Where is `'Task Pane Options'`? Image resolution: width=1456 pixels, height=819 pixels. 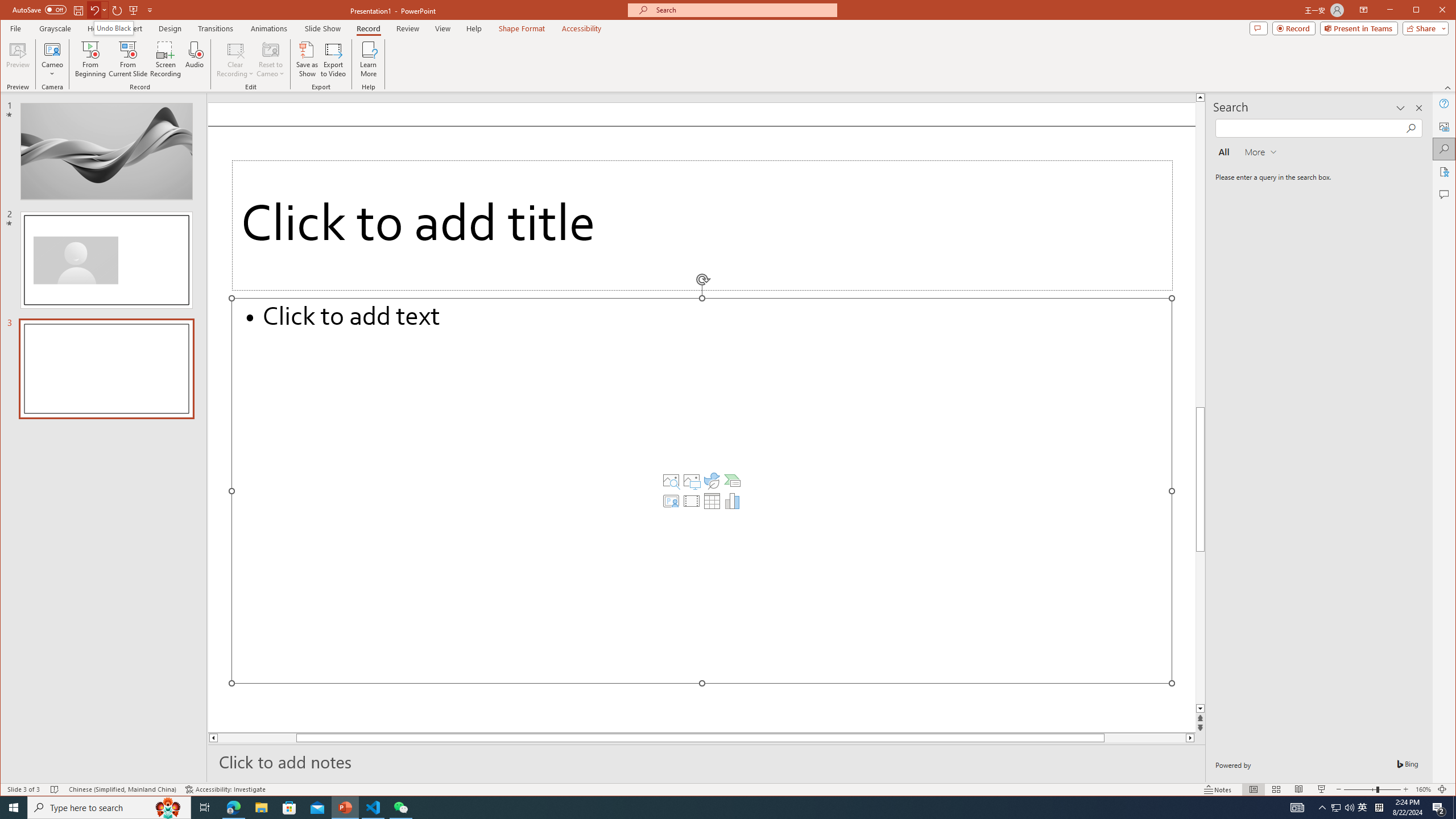 'Task Pane Options' is located at coordinates (1400, 107).